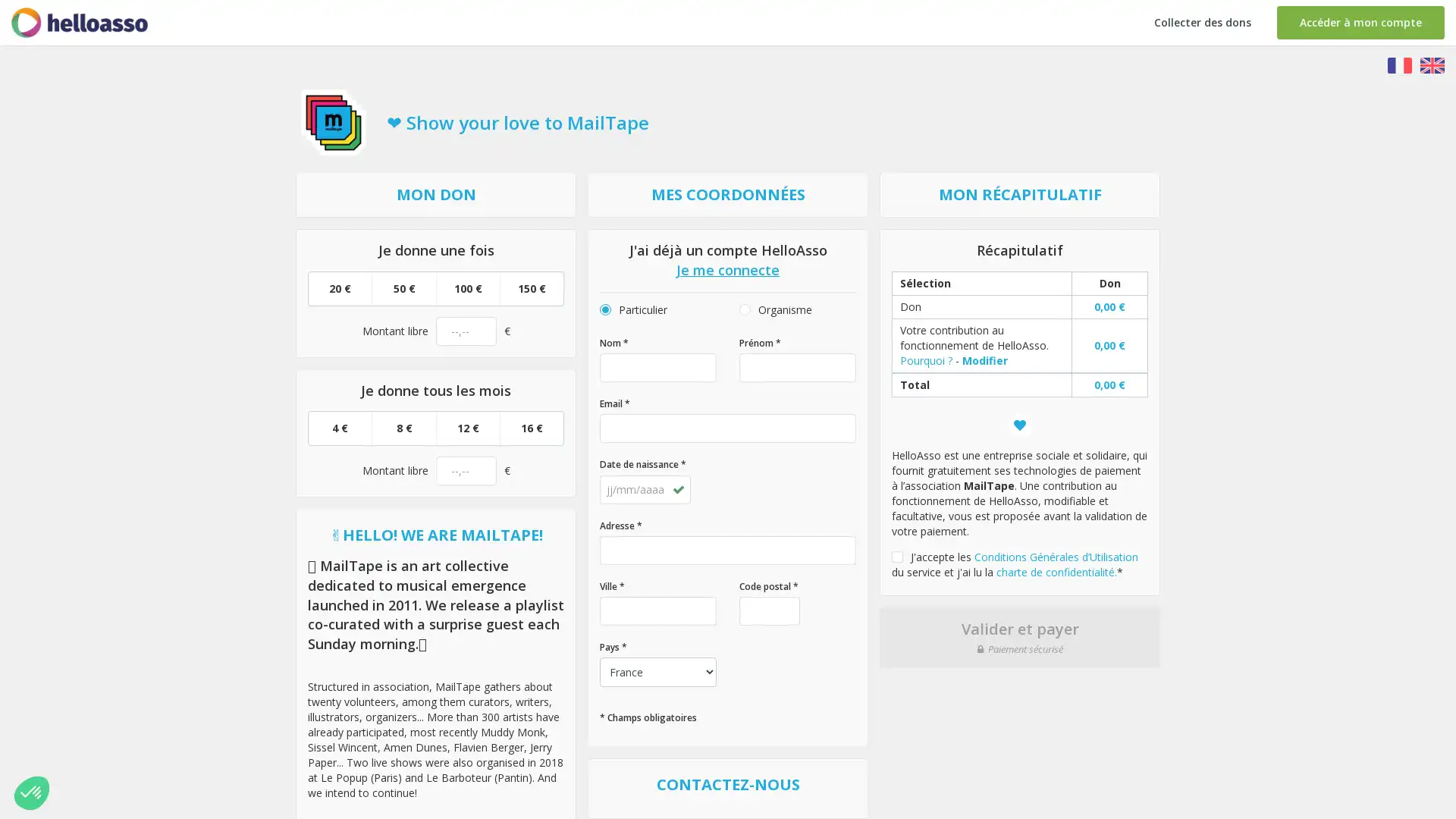  I want to click on Non merci, so click(67, 742).